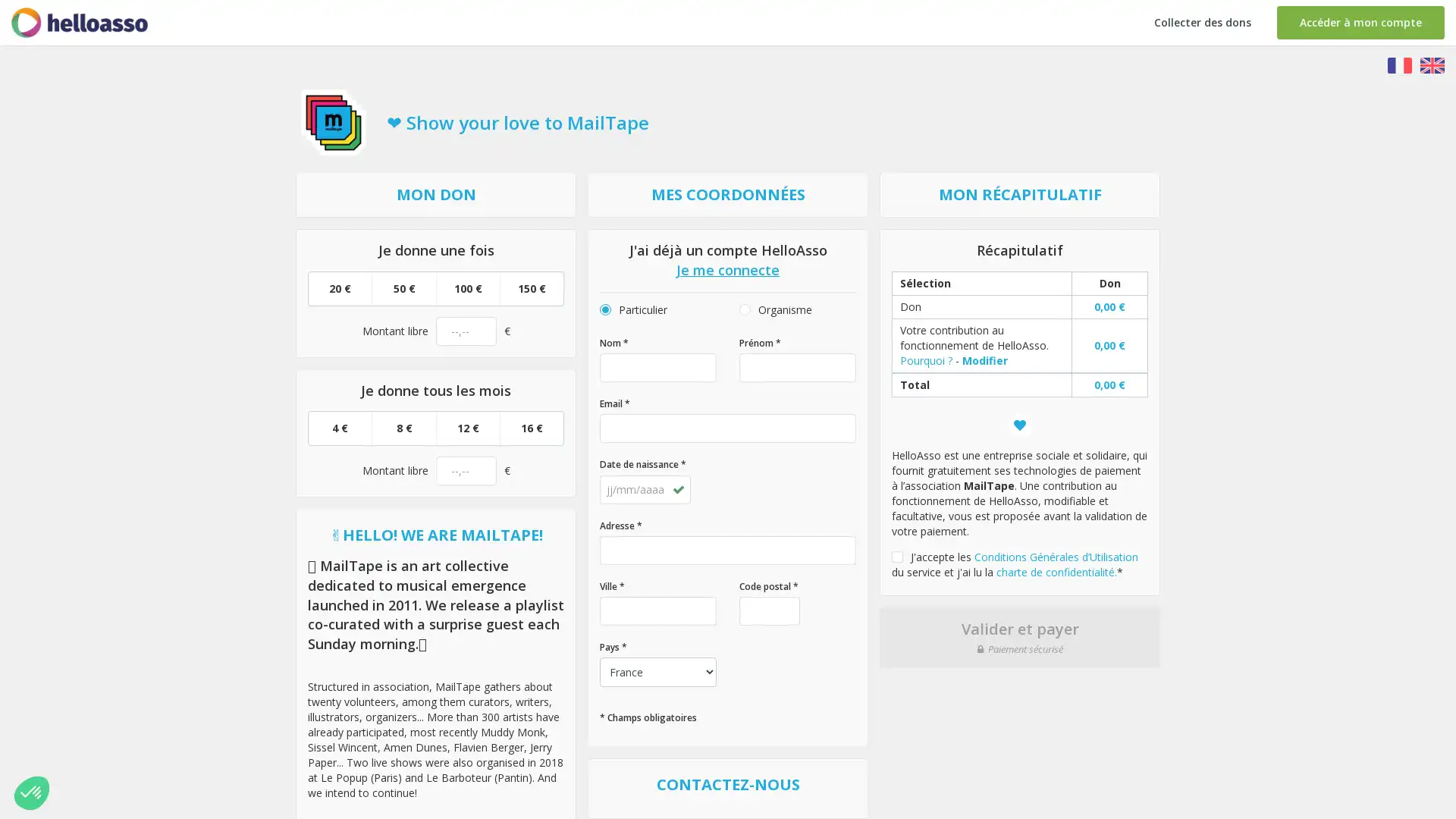  I want to click on Non merci, so click(67, 742).